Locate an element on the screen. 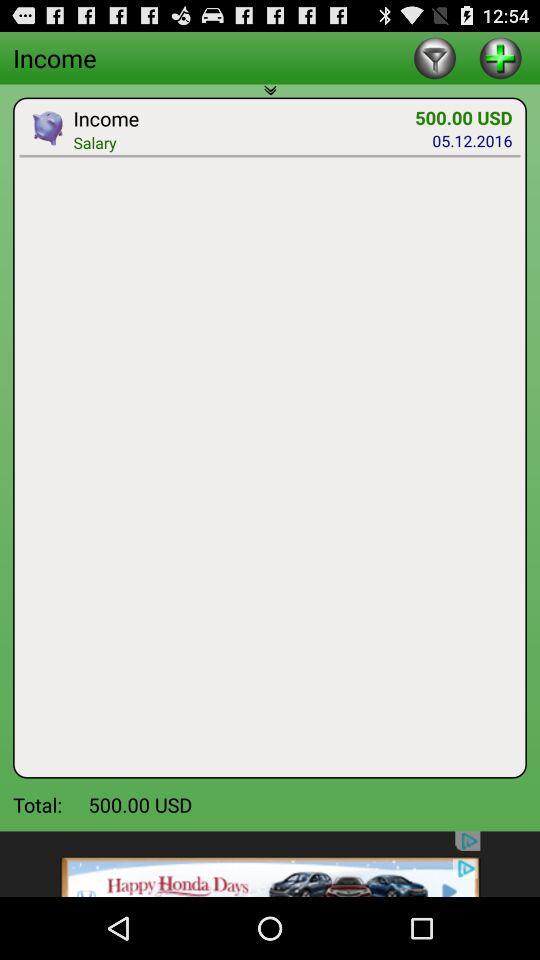  the add icon is located at coordinates (499, 61).